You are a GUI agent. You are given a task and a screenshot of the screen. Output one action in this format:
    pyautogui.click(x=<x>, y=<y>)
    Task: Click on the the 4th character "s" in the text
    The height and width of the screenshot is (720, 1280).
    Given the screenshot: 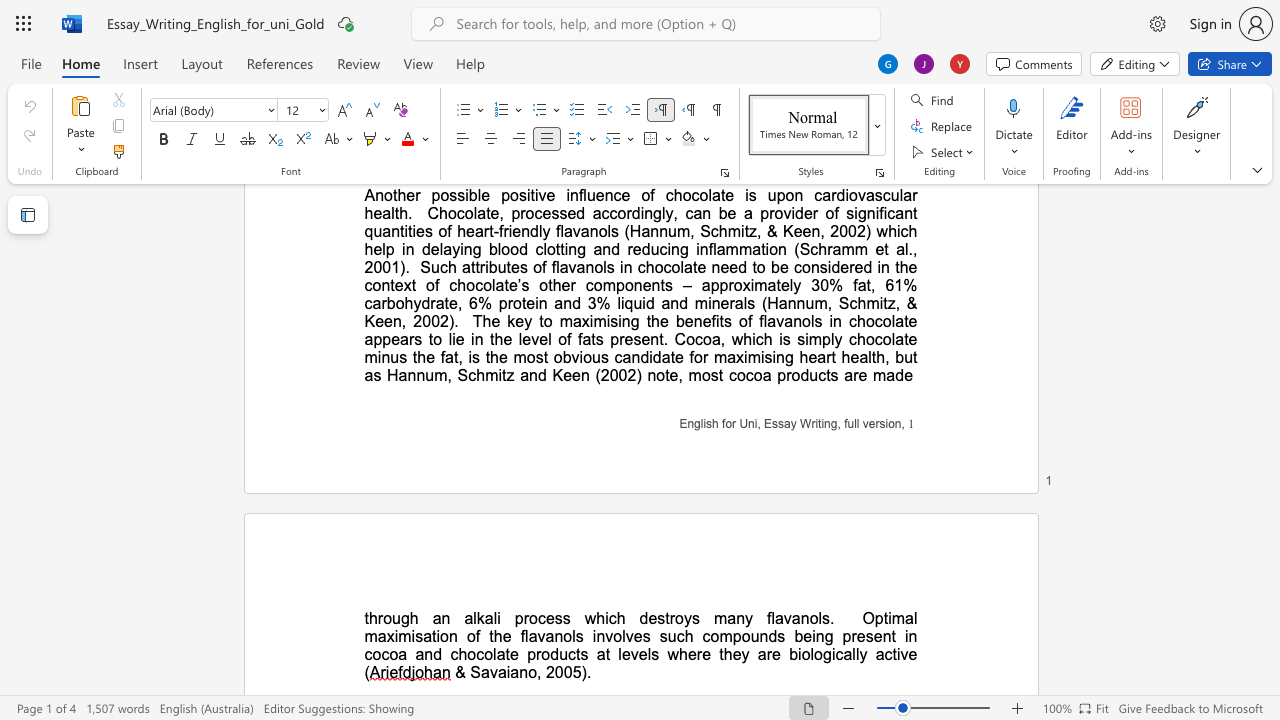 What is the action you would take?
    pyautogui.click(x=695, y=617)
    